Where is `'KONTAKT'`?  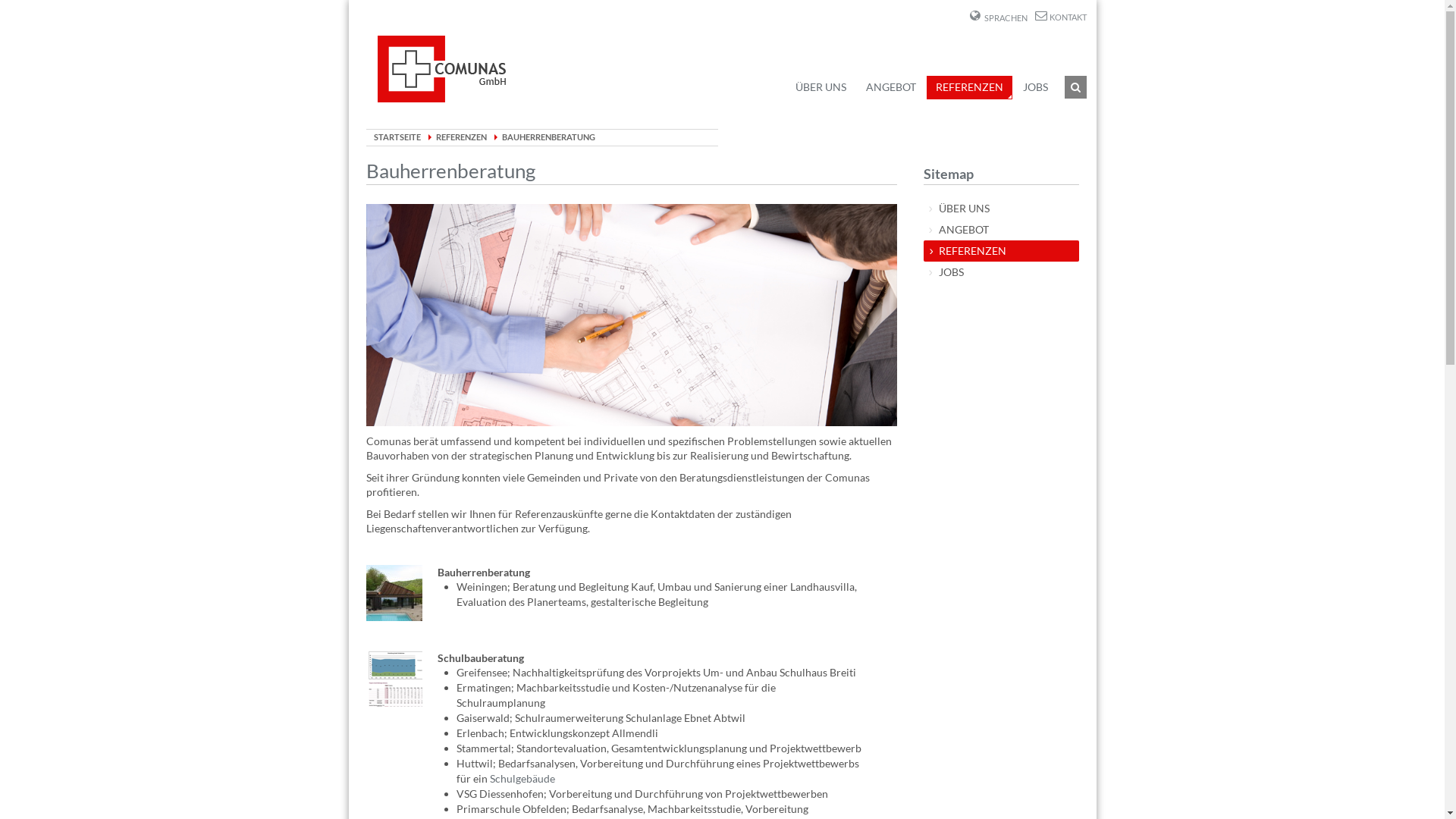 'KONTAKT' is located at coordinates (1033, 16).